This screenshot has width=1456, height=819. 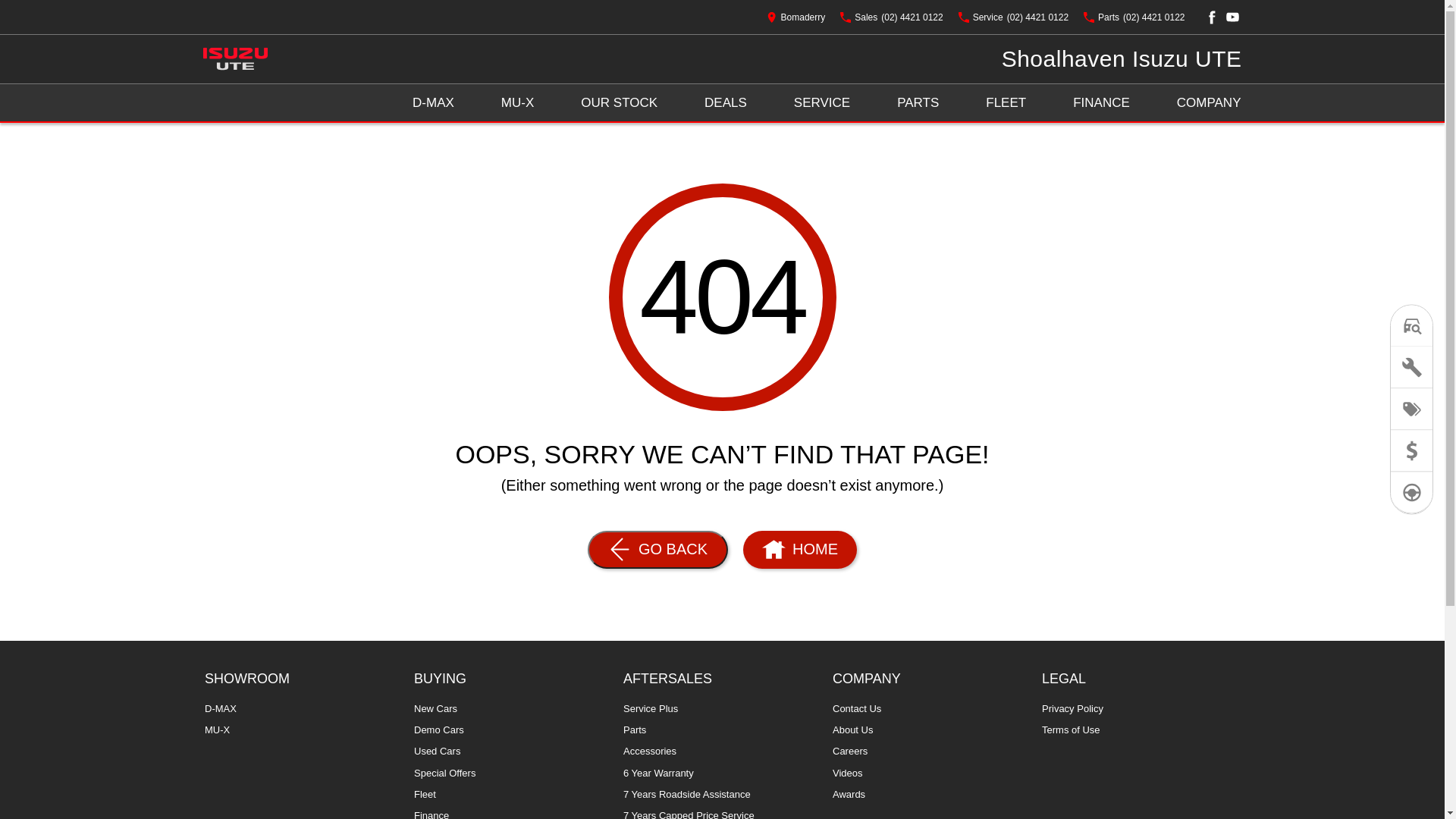 What do you see at coordinates (1013, 17) in the screenshot?
I see `'Service` at bounding box center [1013, 17].